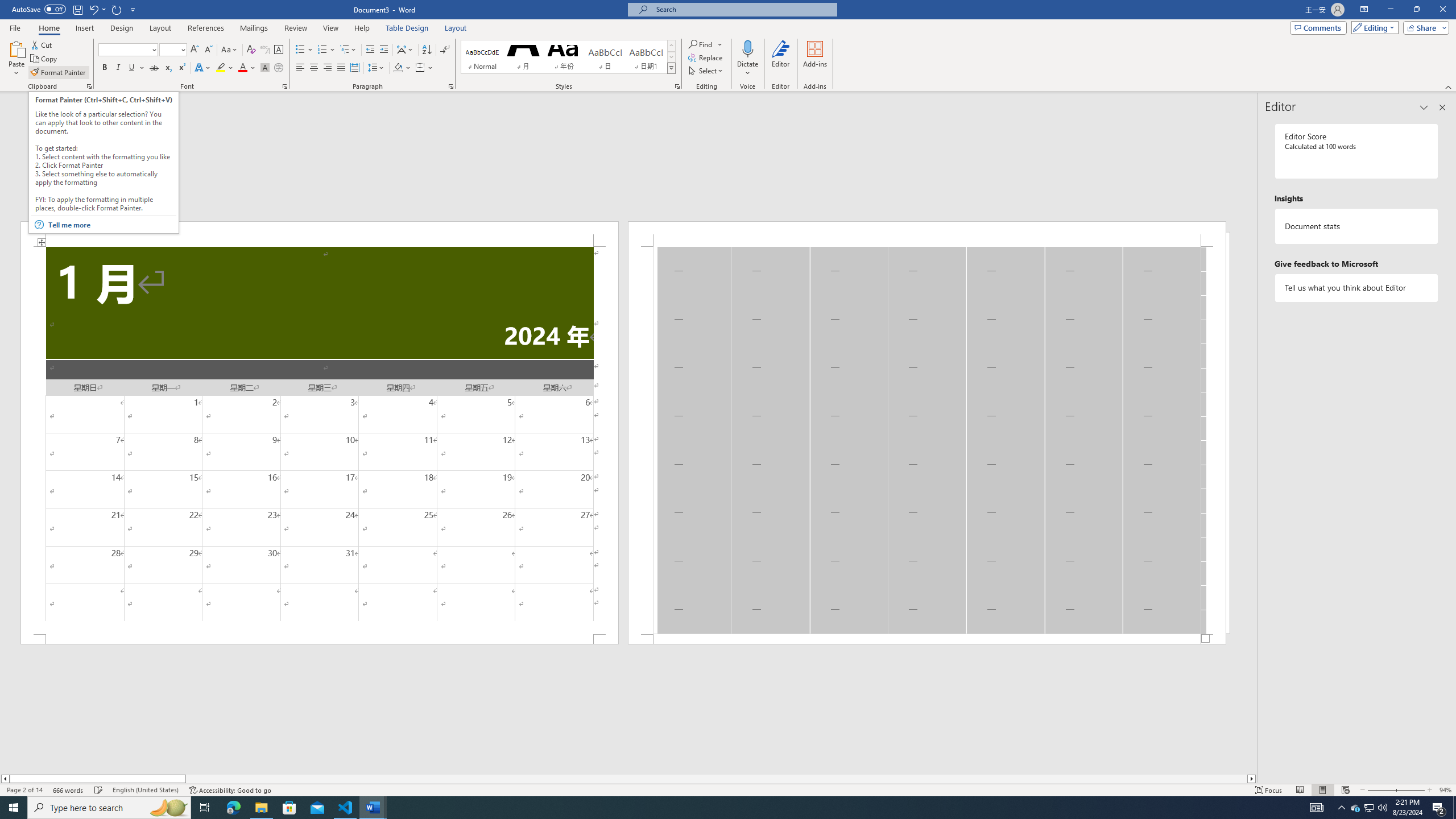 The width and height of the screenshot is (1456, 819). Describe the element at coordinates (318, 440) in the screenshot. I see `'Page 1 content'` at that location.